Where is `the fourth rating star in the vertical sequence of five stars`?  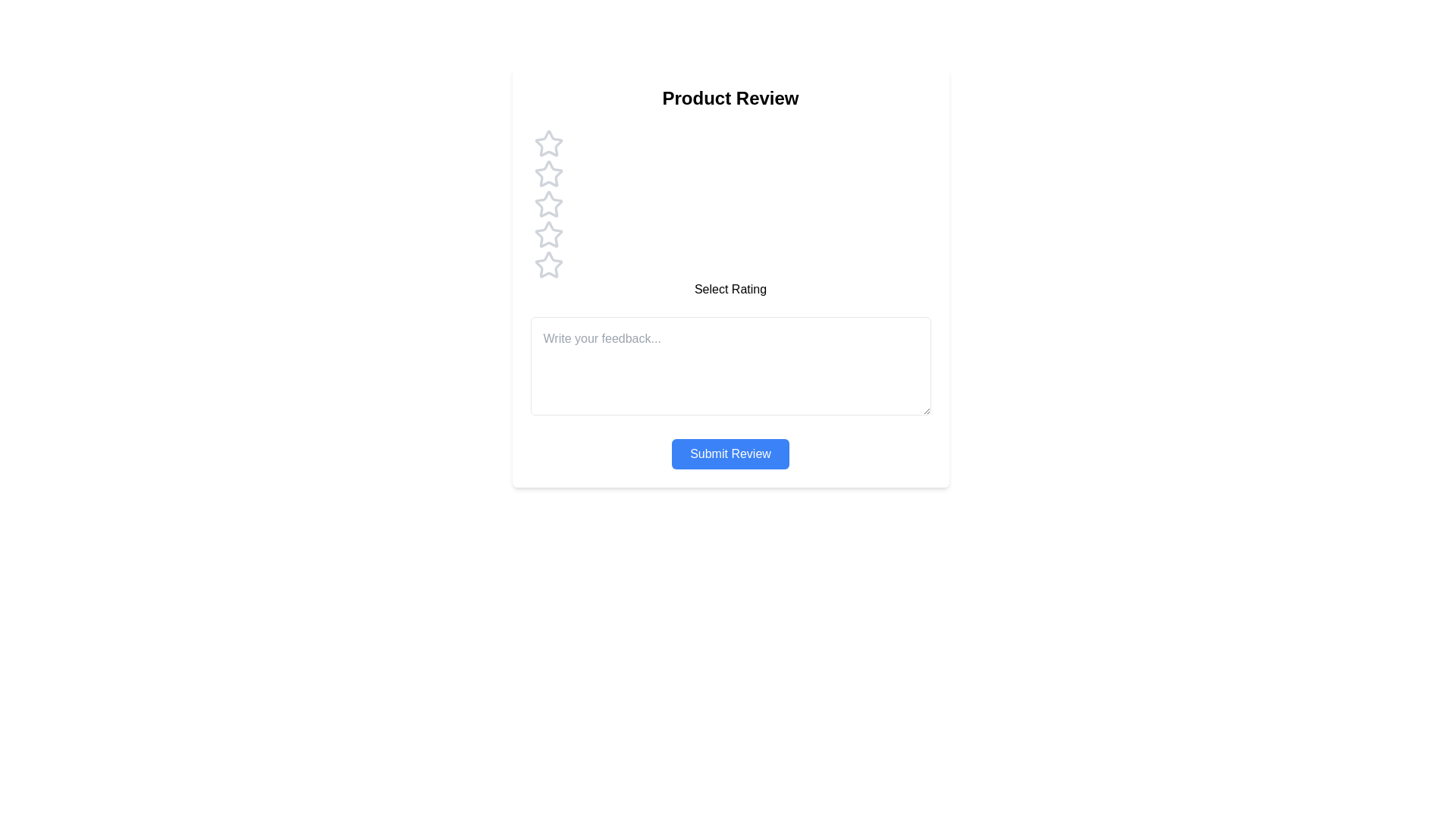 the fourth rating star in the vertical sequence of five stars is located at coordinates (548, 234).